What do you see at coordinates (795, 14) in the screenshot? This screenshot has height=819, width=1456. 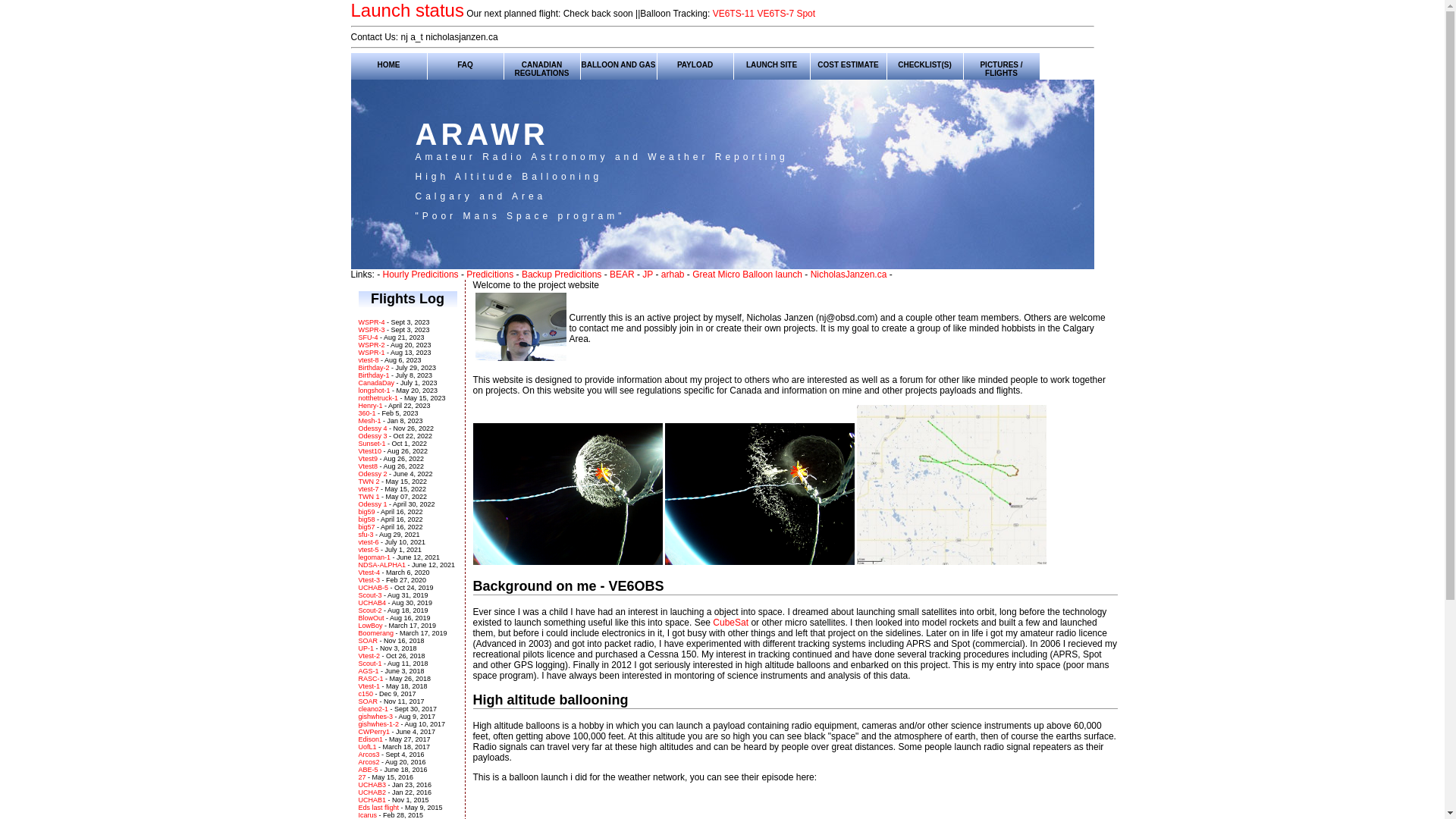 I see `'Spot'` at bounding box center [795, 14].